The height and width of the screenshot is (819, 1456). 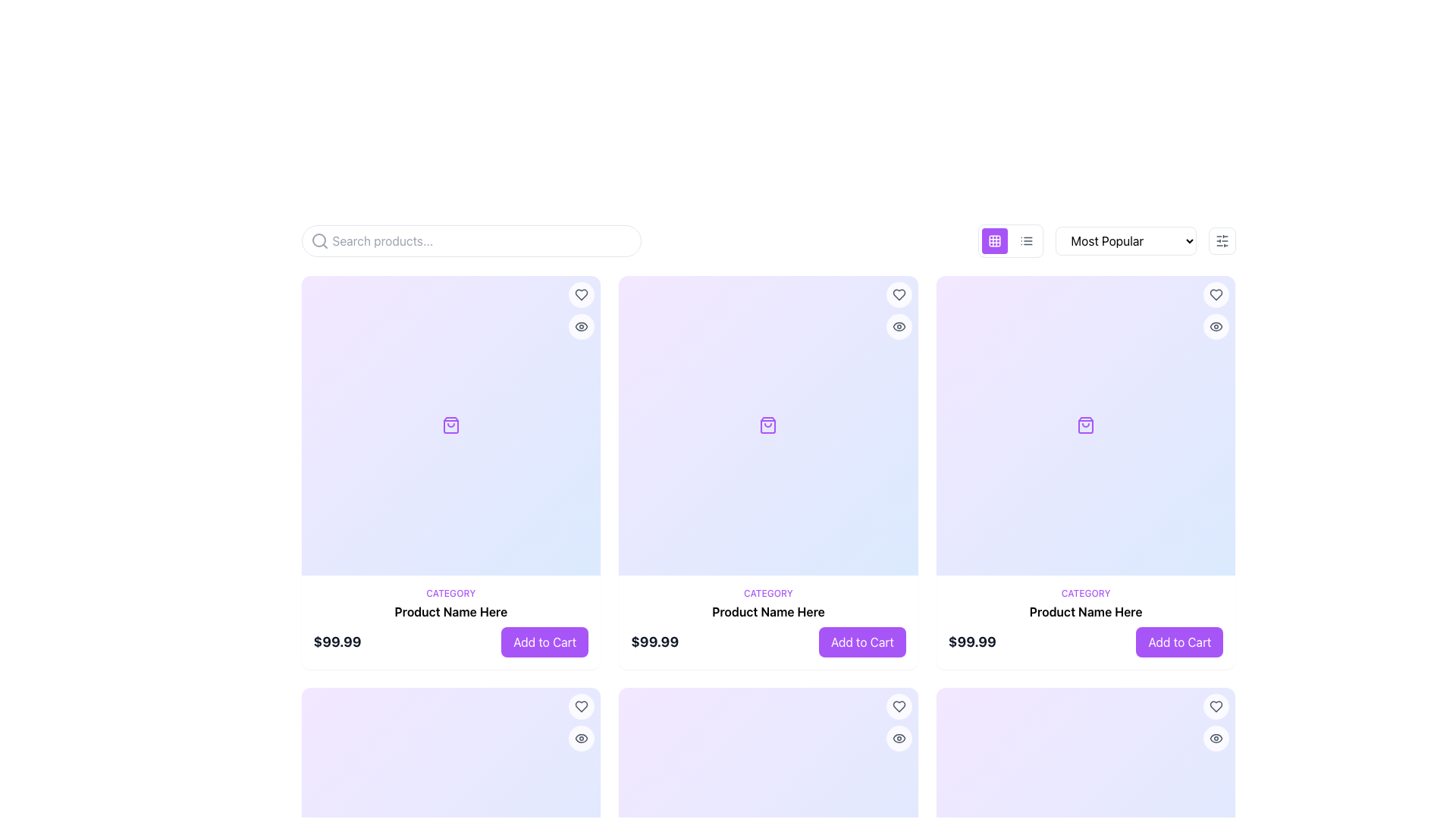 What do you see at coordinates (994, 240) in the screenshot?
I see `the compact rectangular button with a striking purple background and a white grid icon at its center` at bounding box center [994, 240].